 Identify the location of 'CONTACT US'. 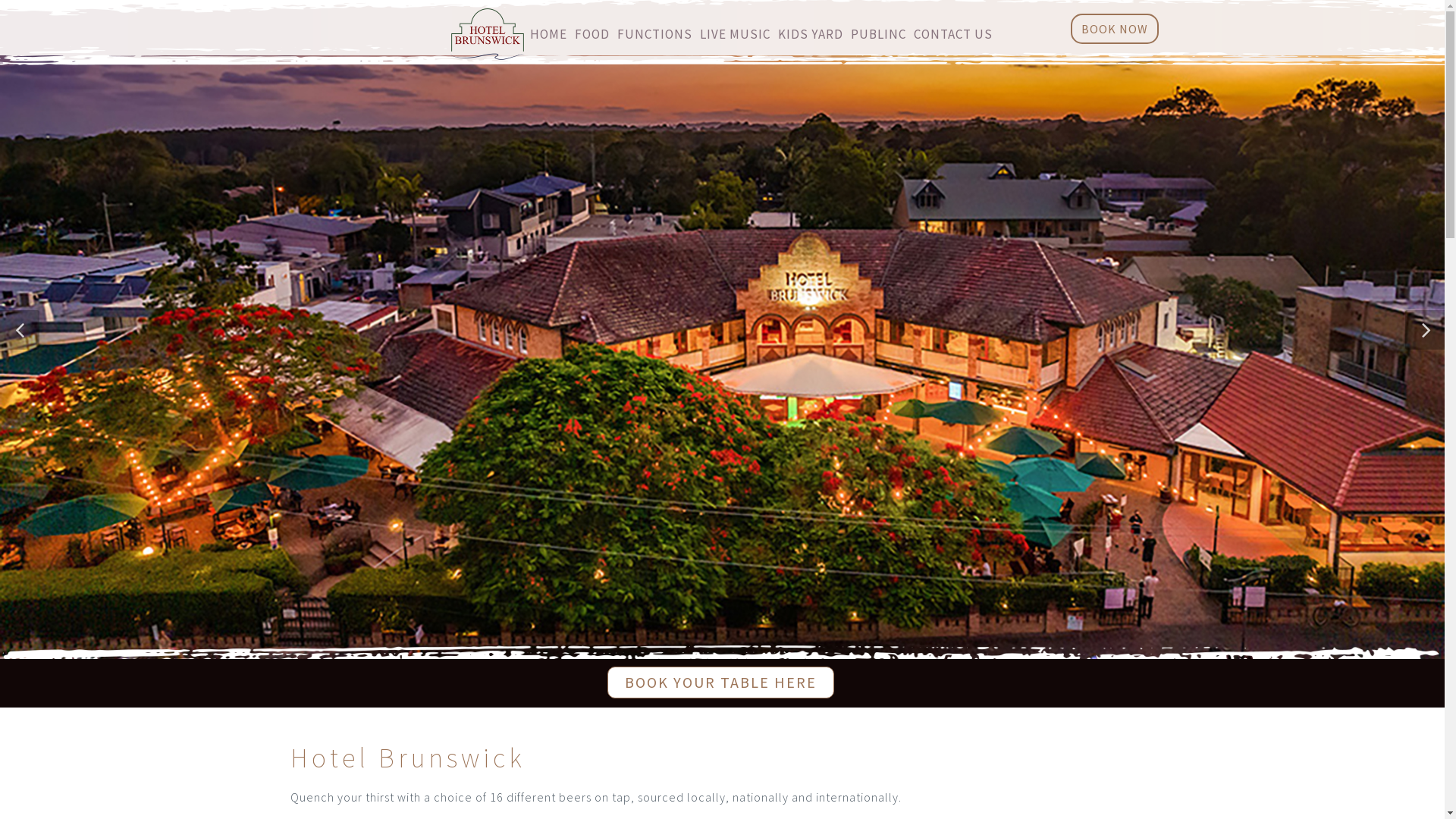
(952, 34).